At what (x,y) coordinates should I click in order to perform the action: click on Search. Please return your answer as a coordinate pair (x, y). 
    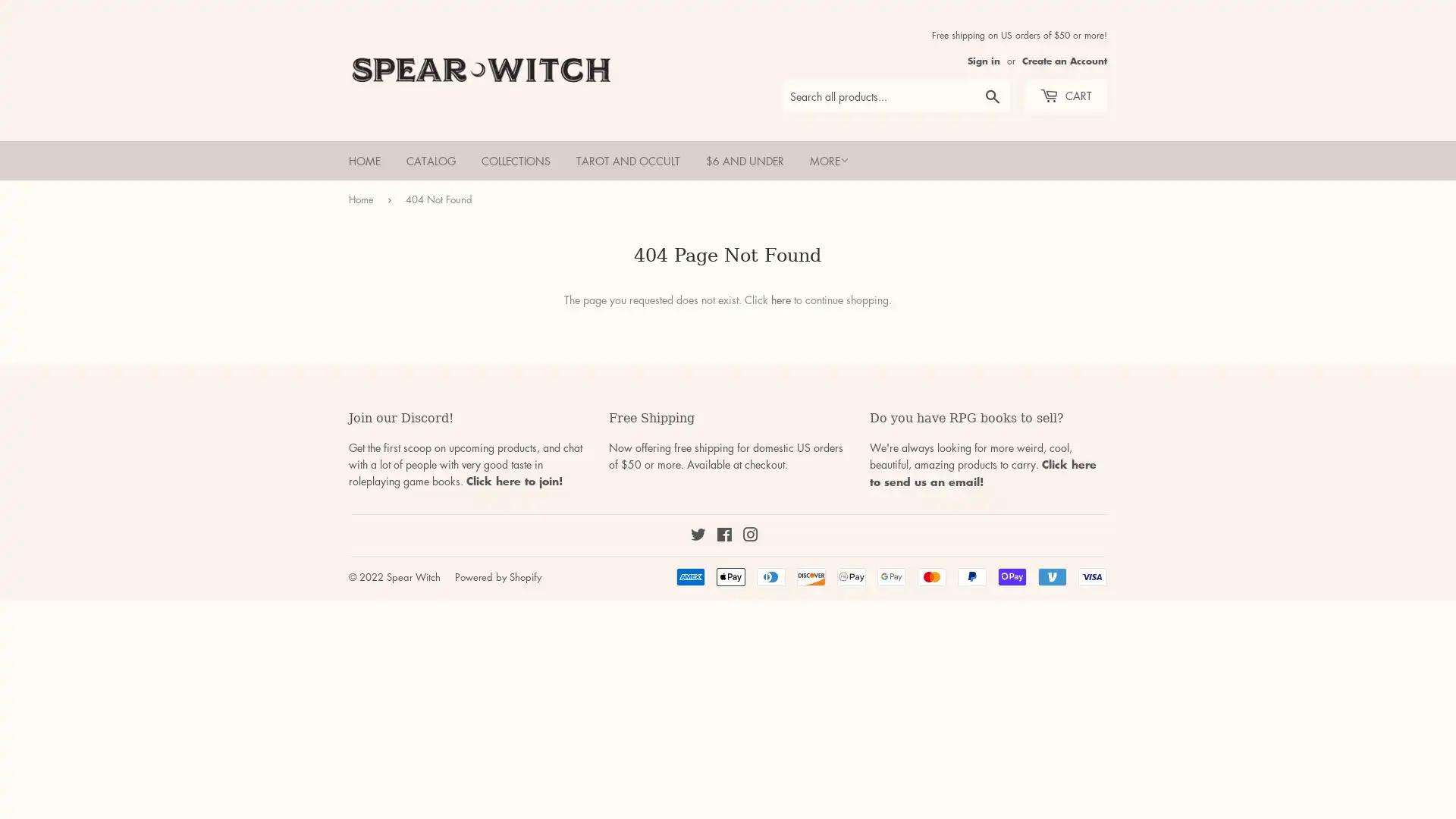
    Looking at the image, I should click on (993, 96).